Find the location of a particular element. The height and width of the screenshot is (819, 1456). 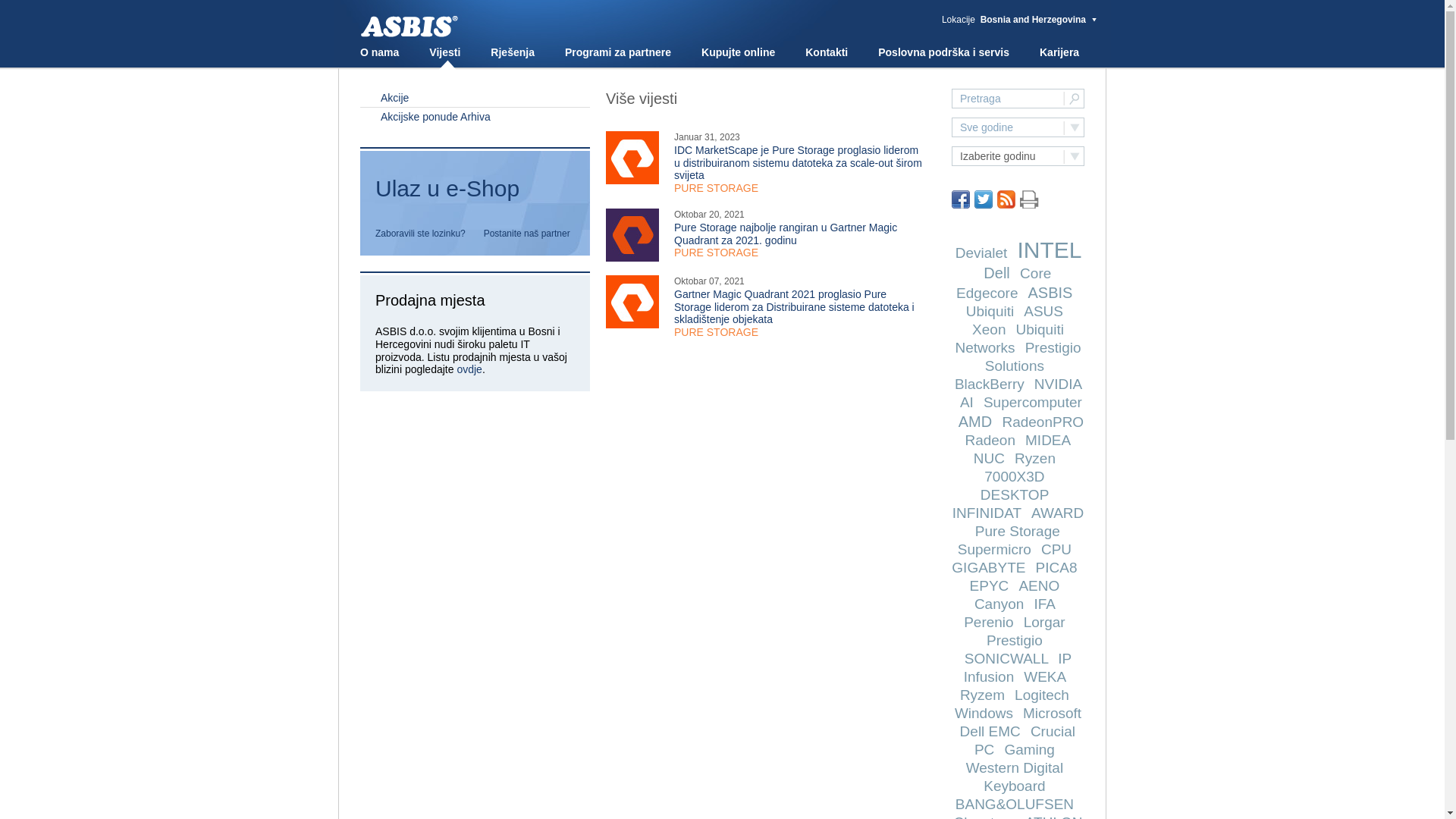

'AENO' is located at coordinates (1037, 585).